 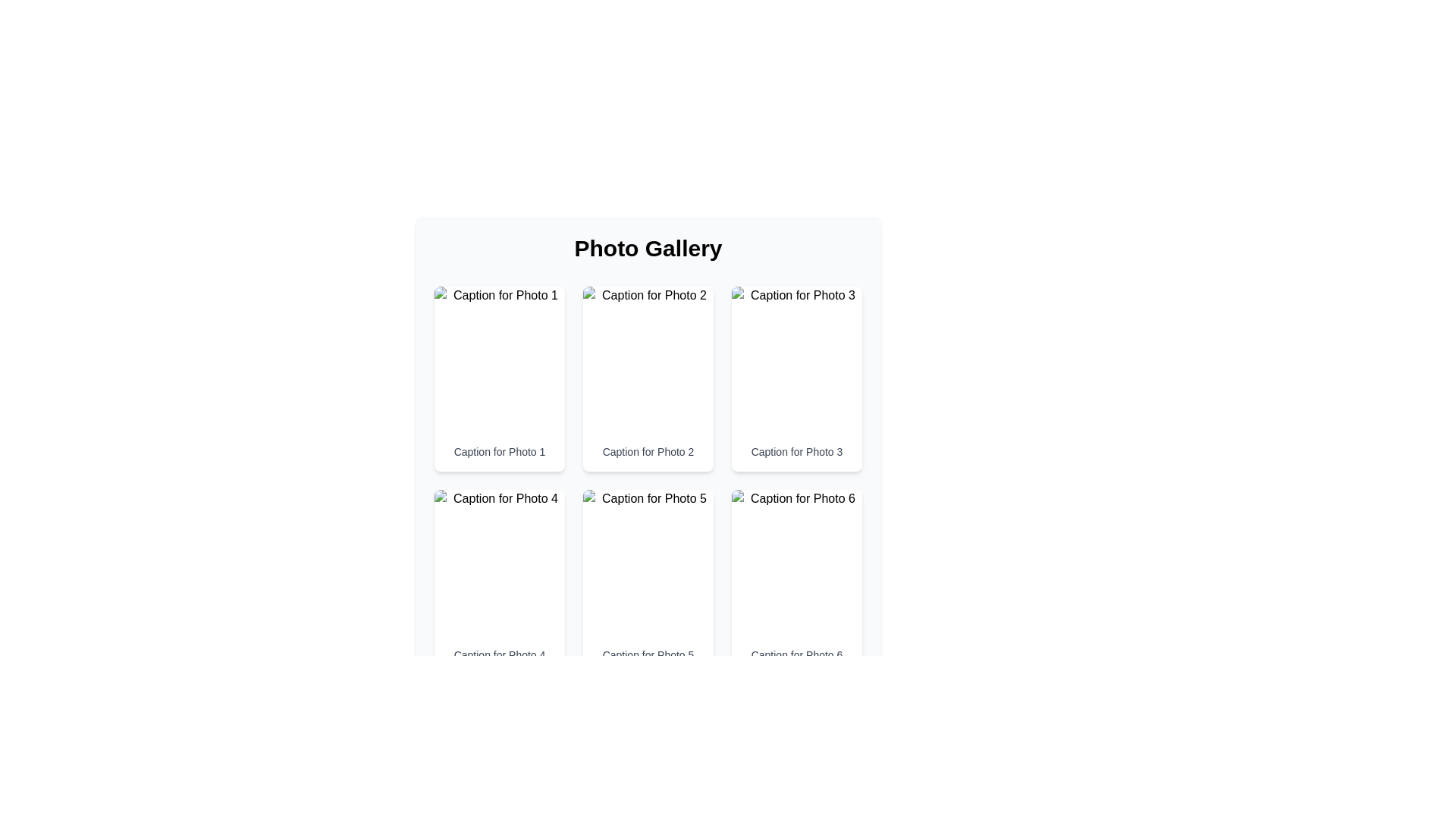 What do you see at coordinates (499, 562) in the screenshot?
I see `the image element displaying 'Photo4'` at bounding box center [499, 562].